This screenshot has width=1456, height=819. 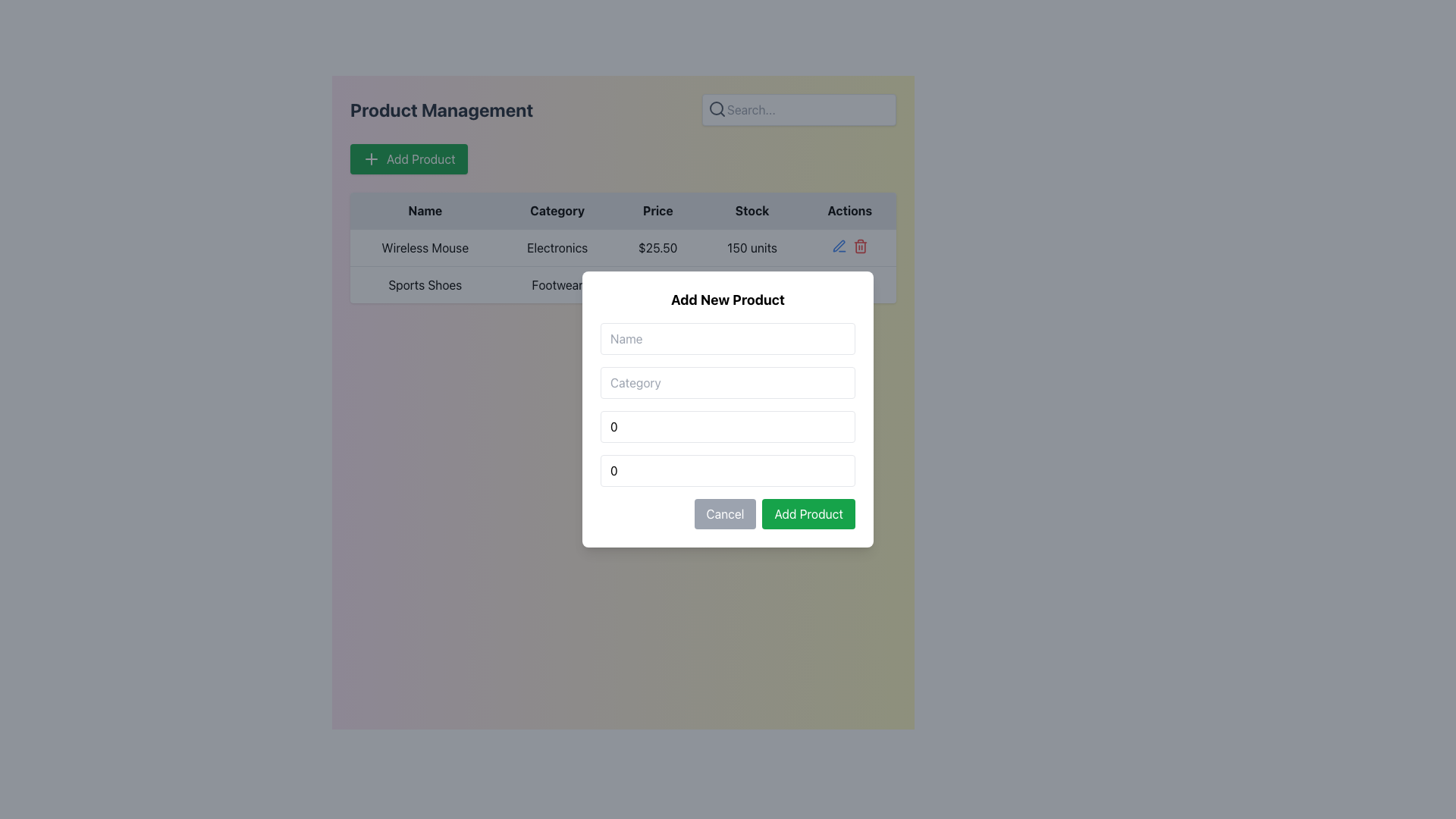 I want to click on the 'Category' text label that displays 'Electronics' for the 'Wireless Mouse' product, located between the product name and price, so click(x=557, y=247).